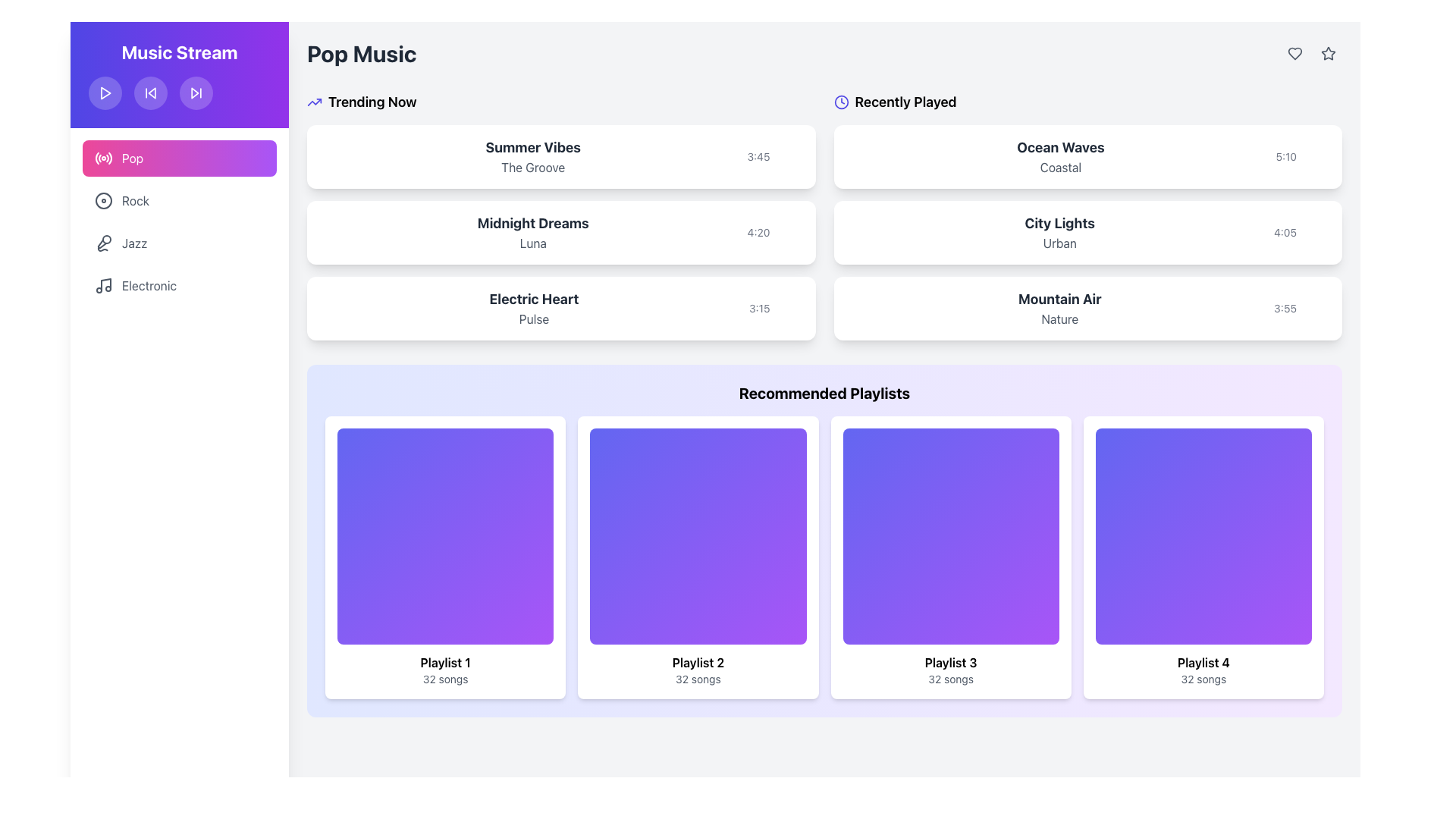 This screenshot has width=1456, height=819. I want to click on the selectable navigation item labeled 'Jazz', which is the third entry in the vertical list under the 'Music Stream' section, so click(179, 242).